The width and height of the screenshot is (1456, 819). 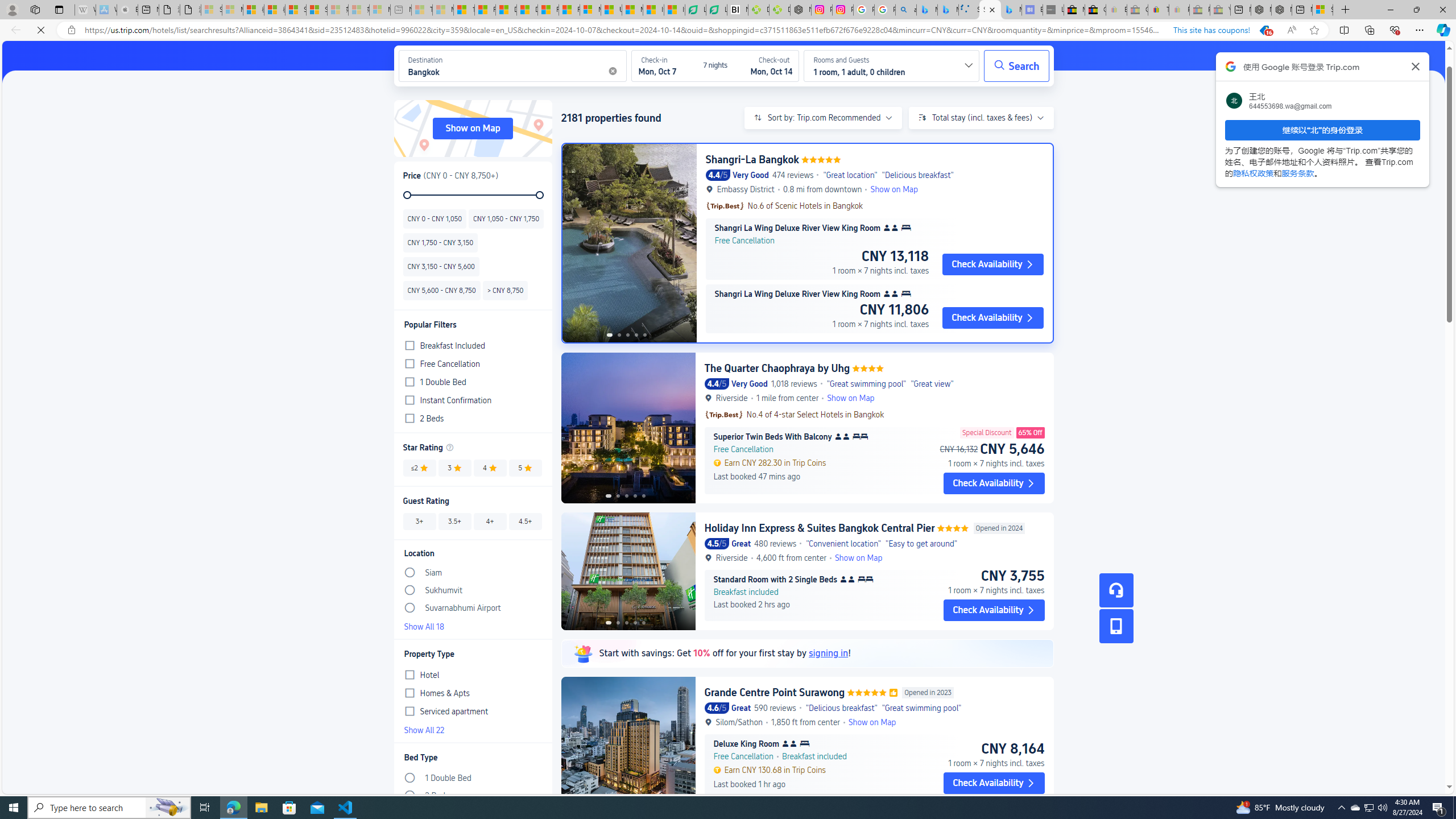 I want to click on 'Check-inMon, Oct 77 nightsCheck-outMon, Oct 147 nights', so click(x=715, y=65).